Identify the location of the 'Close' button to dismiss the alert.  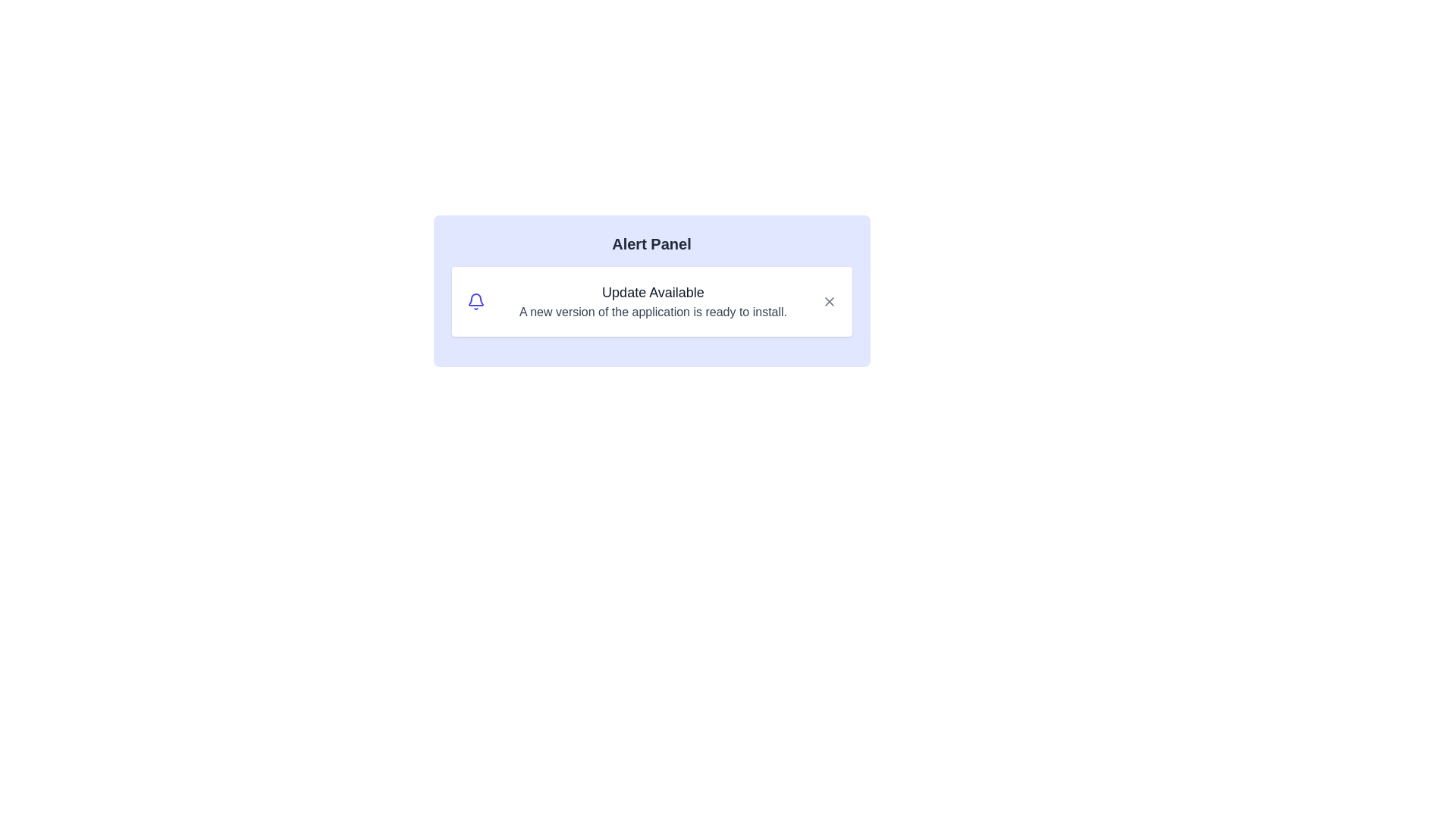
(828, 301).